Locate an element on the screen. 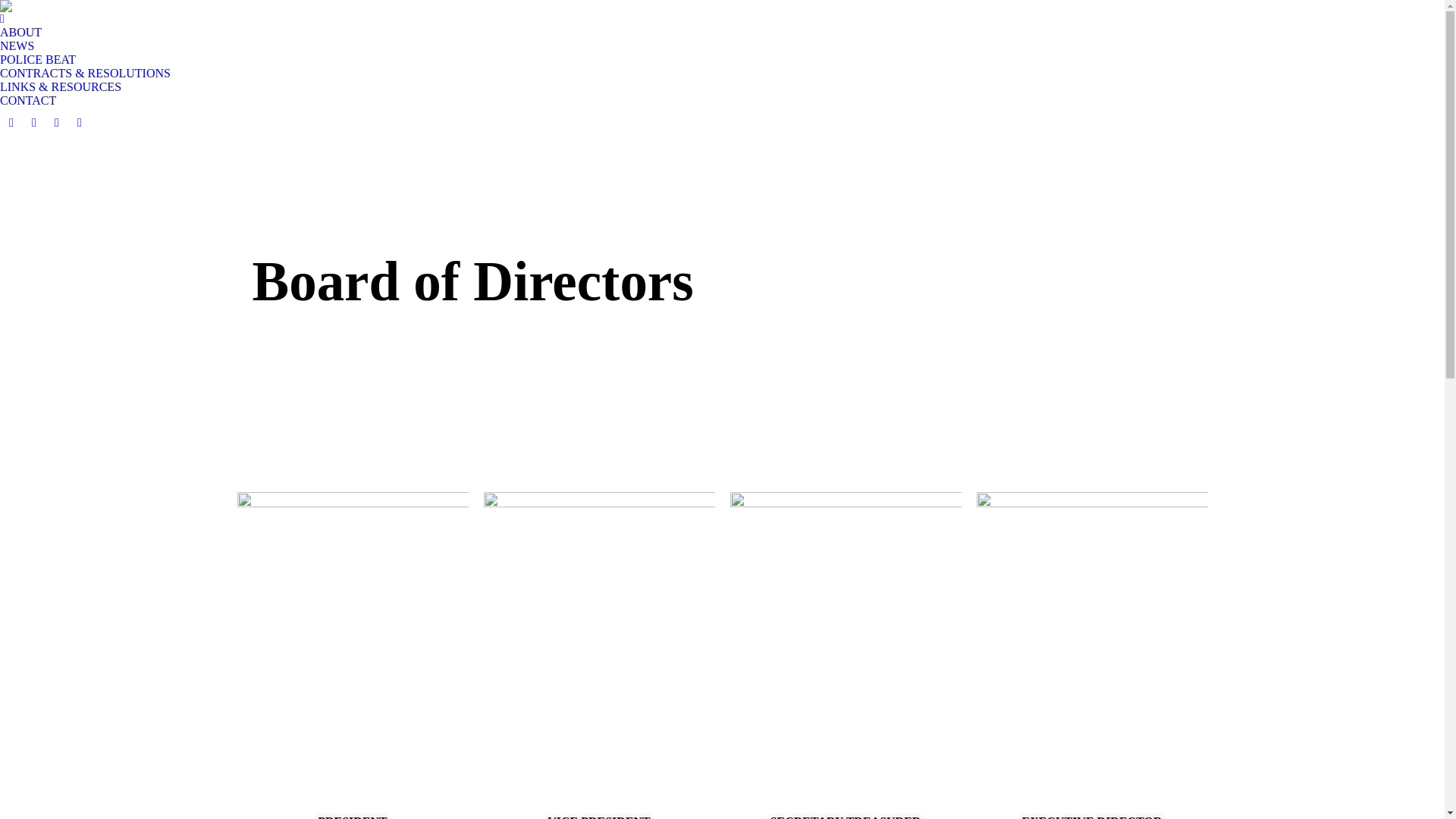  'Behance page opens in new window' is located at coordinates (57, 122).